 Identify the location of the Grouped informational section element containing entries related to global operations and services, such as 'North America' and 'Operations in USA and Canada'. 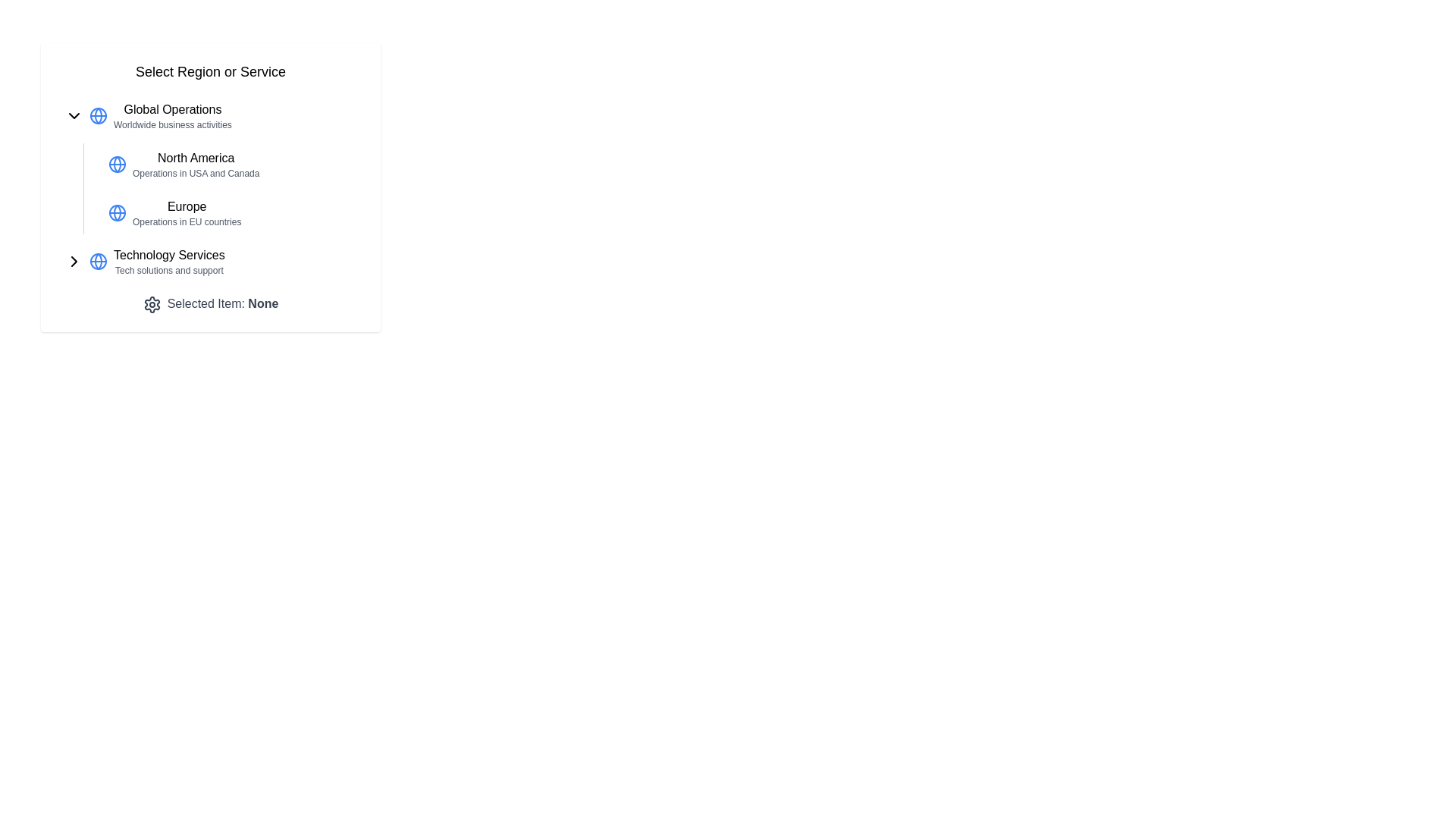
(210, 188).